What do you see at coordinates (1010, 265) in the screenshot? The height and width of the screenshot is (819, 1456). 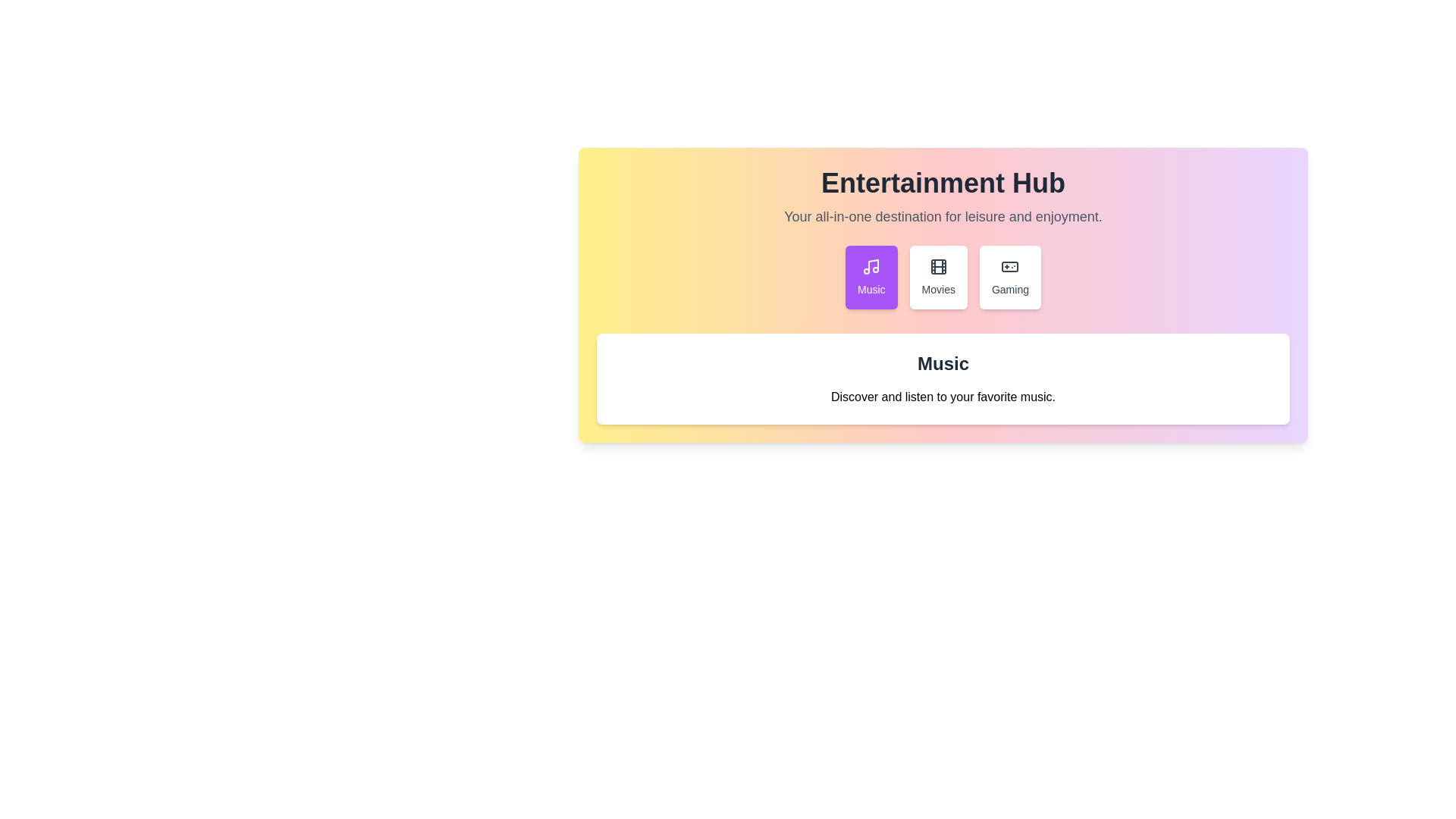 I see `the Gaming category icon located within the Gaming card, positioned centrally above the text label` at bounding box center [1010, 265].